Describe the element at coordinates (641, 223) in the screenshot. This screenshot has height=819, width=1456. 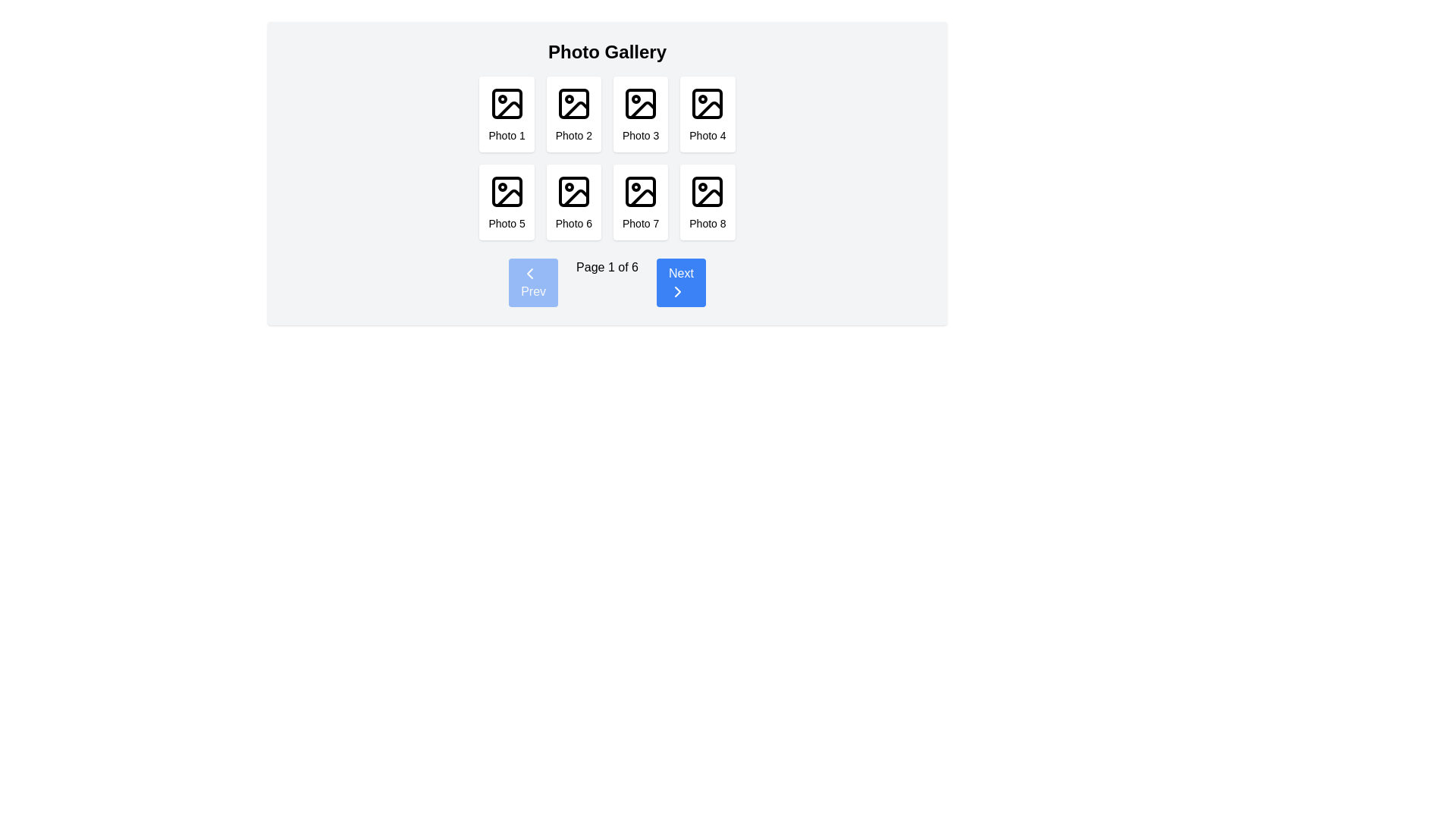
I see `the text label reading 'Photo 7', which is displayed below a photo icon in the 'Photo Gallery' section` at that location.